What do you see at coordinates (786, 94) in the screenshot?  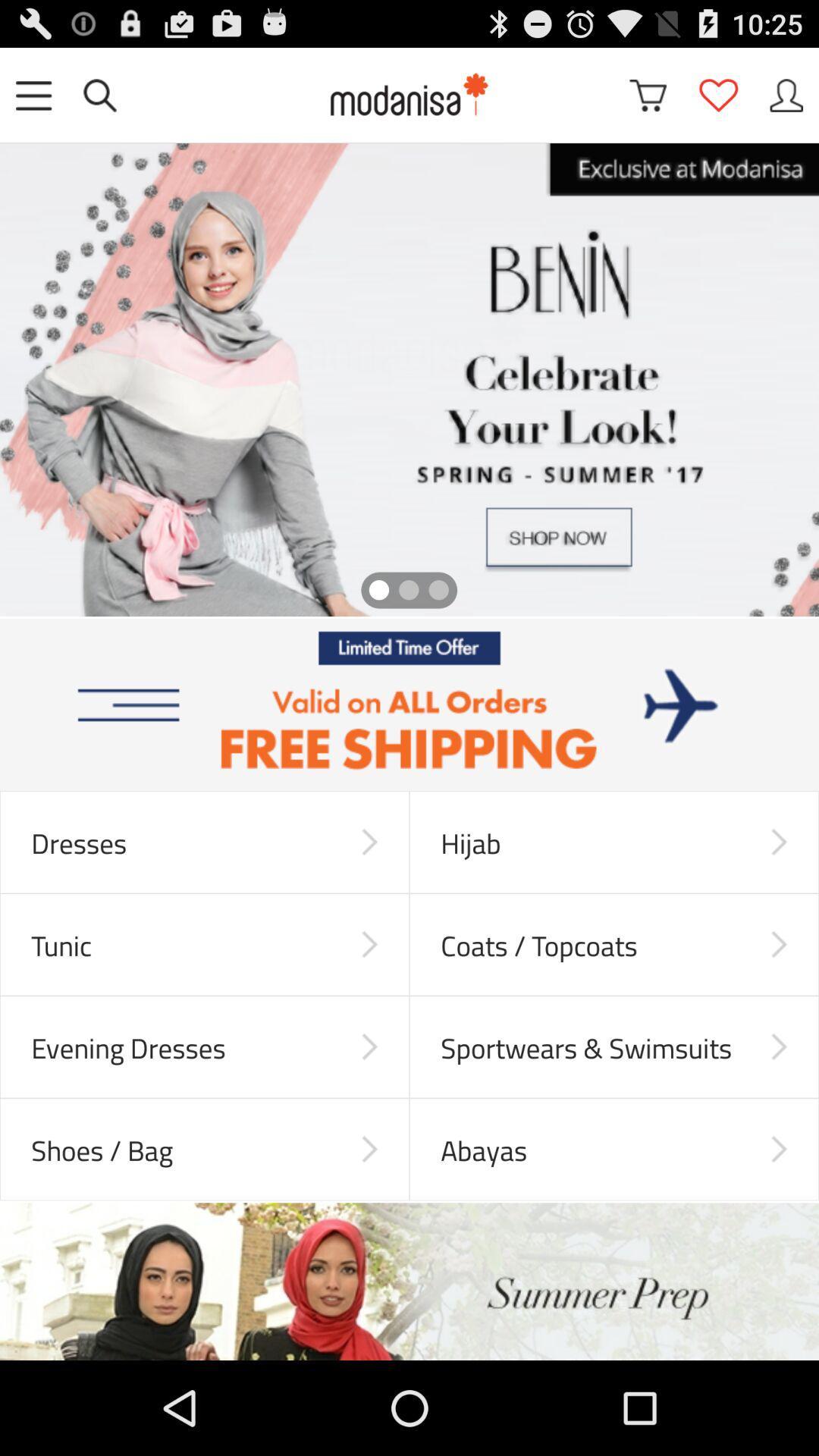 I see `profile info 's` at bounding box center [786, 94].